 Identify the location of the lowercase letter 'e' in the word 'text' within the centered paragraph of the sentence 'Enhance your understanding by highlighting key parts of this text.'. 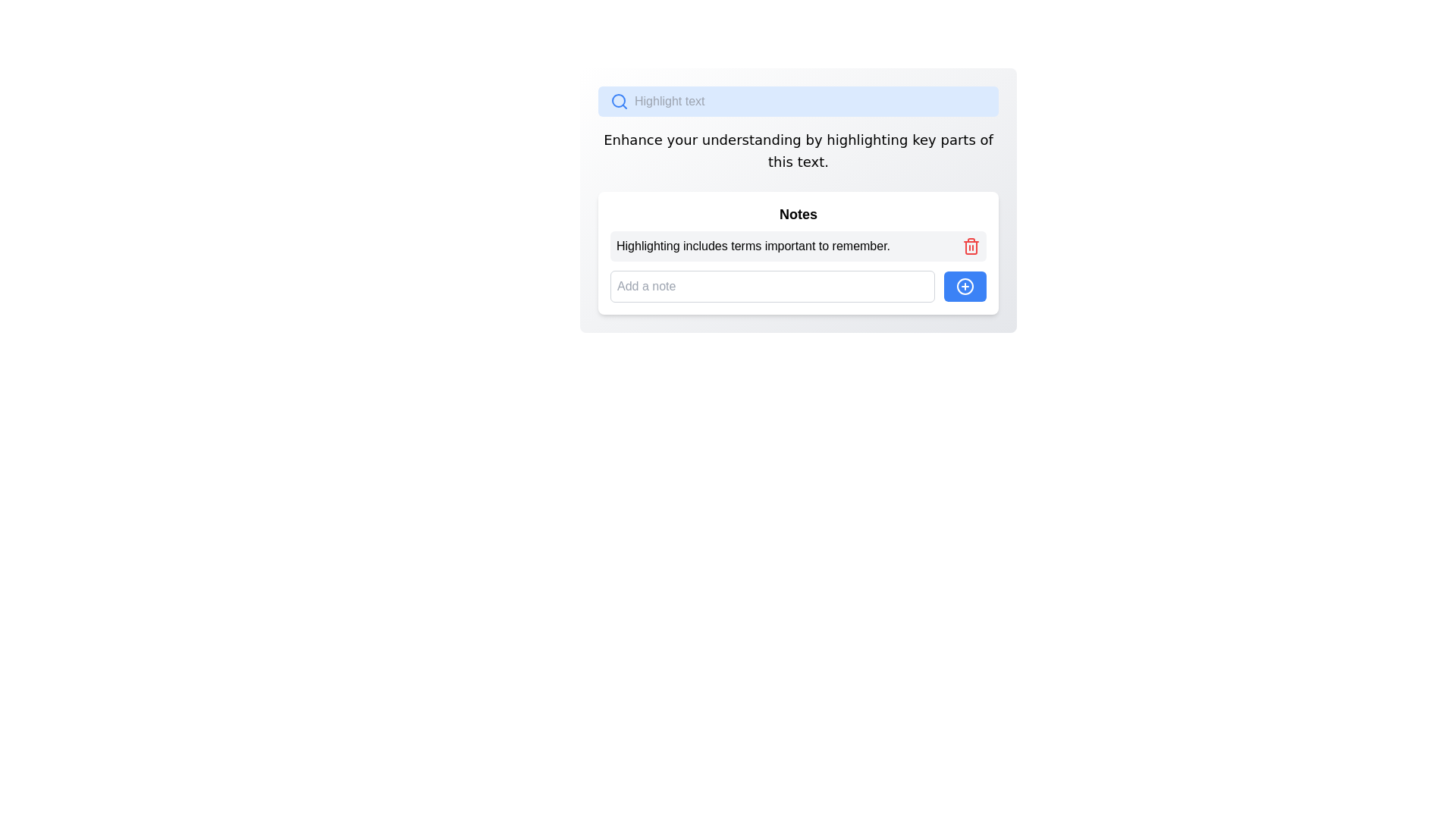
(806, 162).